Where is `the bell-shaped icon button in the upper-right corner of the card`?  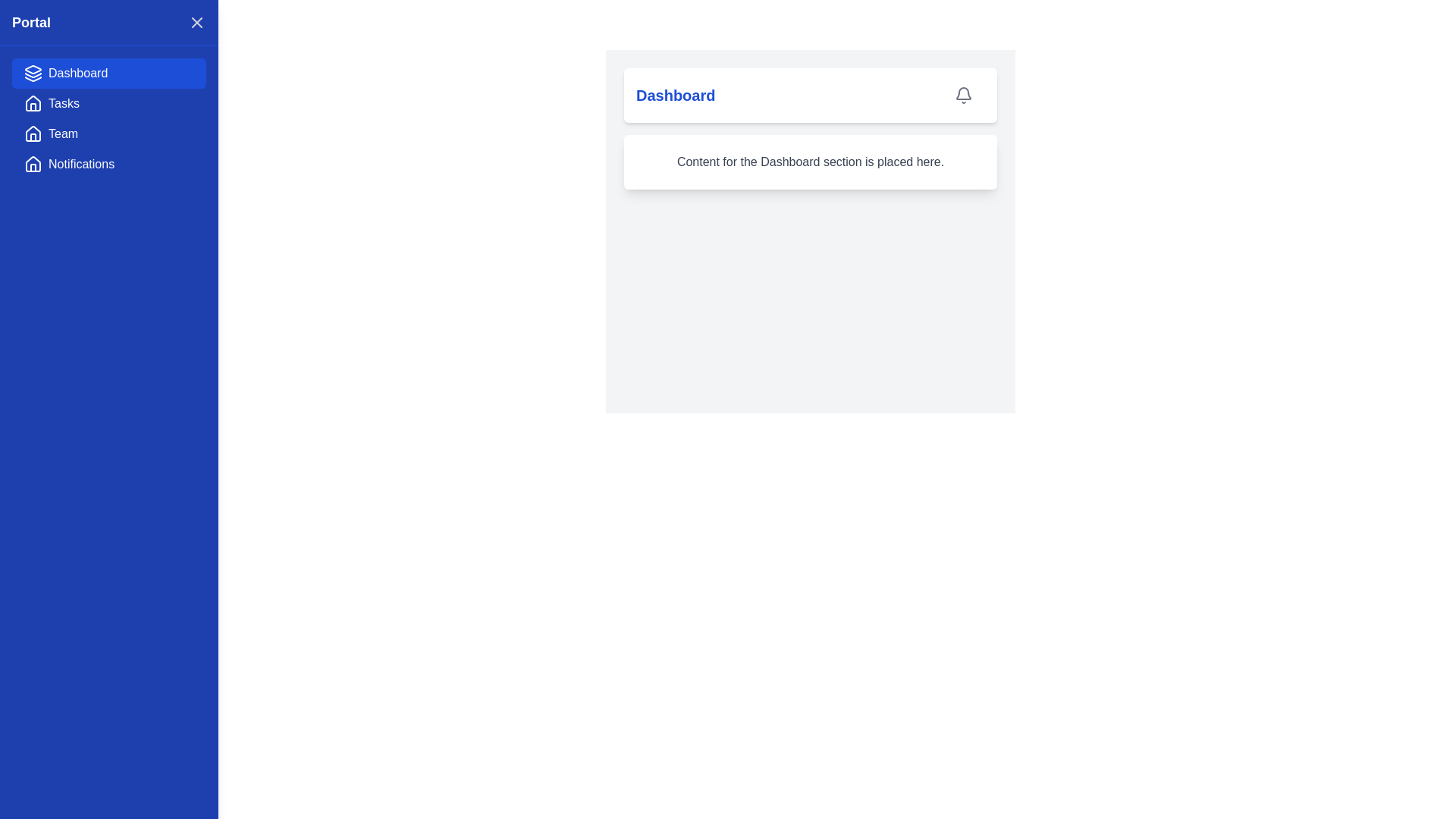 the bell-shaped icon button in the upper-right corner of the card is located at coordinates (963, 96).